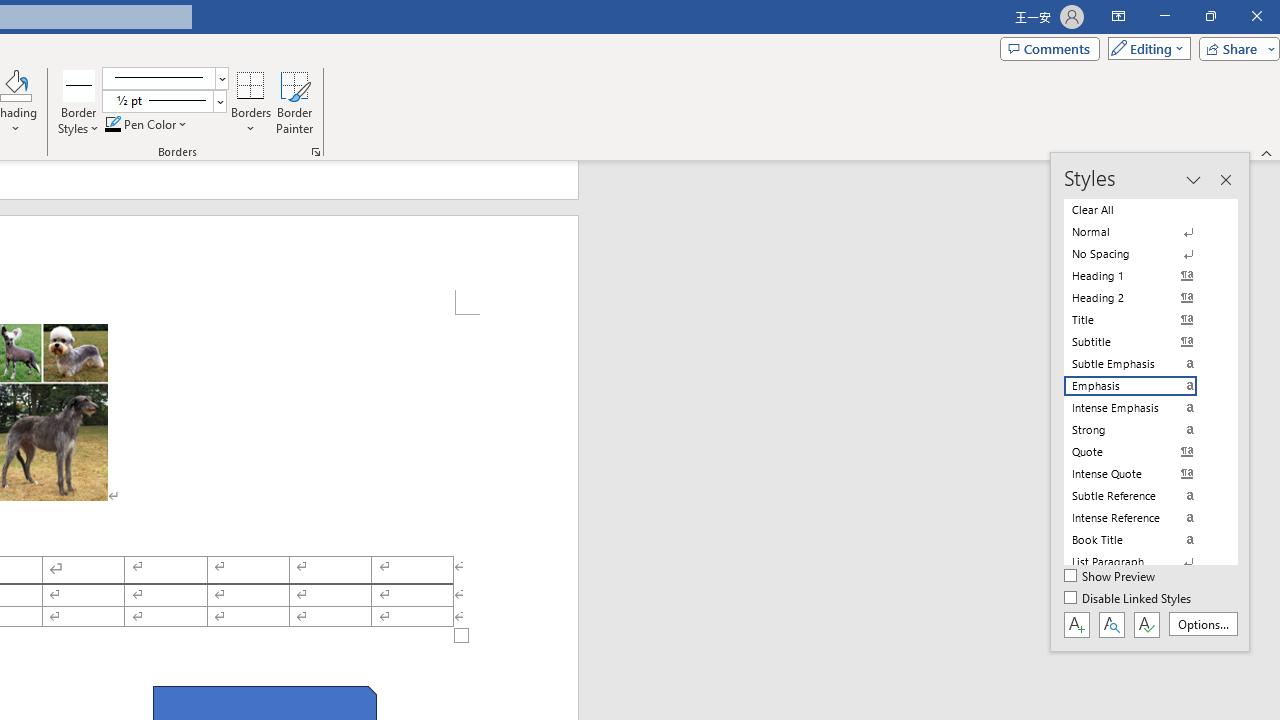 The image size is (1280, 720). Describe the element at coordinates (165, 77) in the screenshot. I see `'Pen Style'` at that location.